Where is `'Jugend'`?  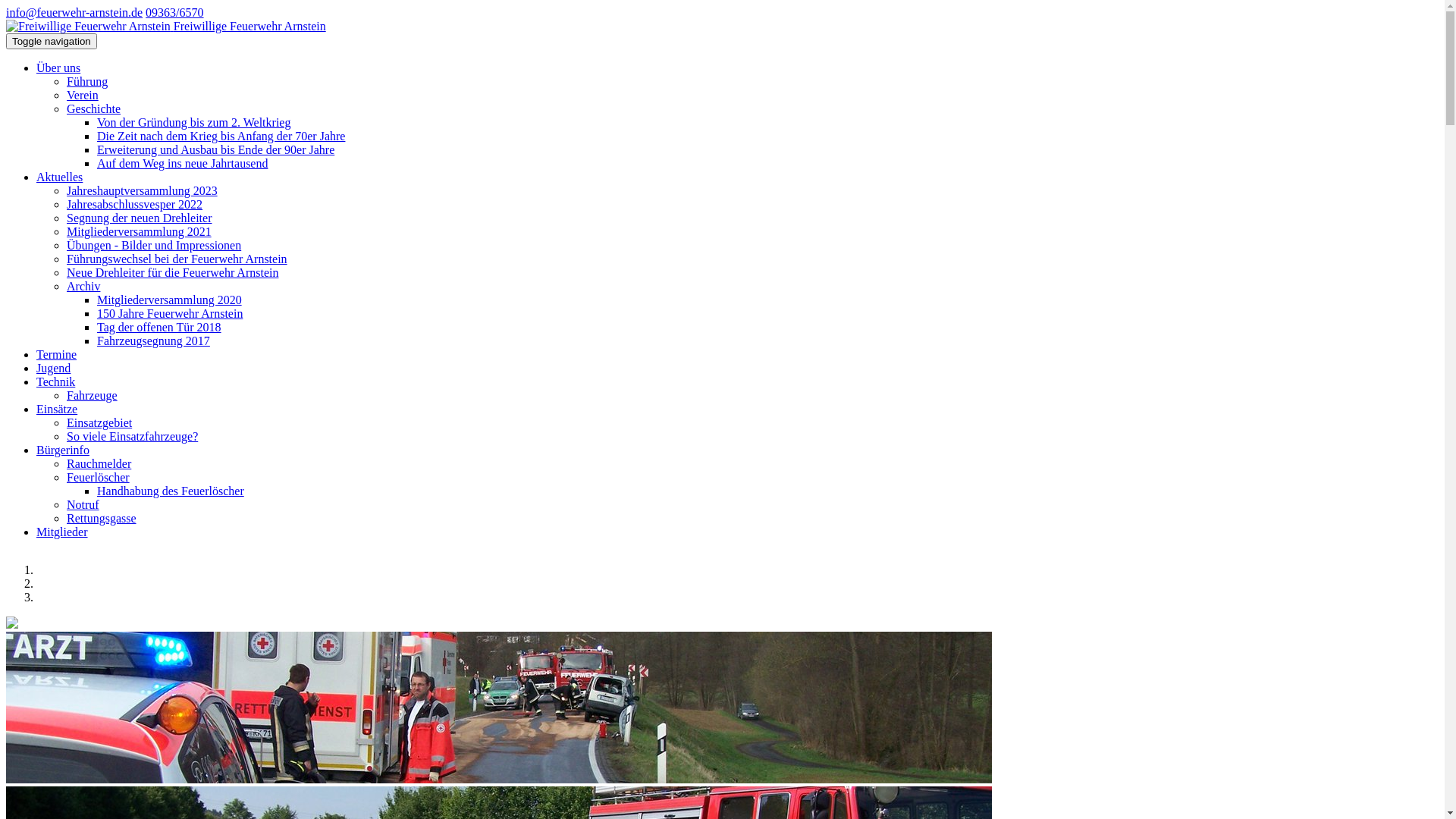 'Jugend' is located at coordinates (53, 368).